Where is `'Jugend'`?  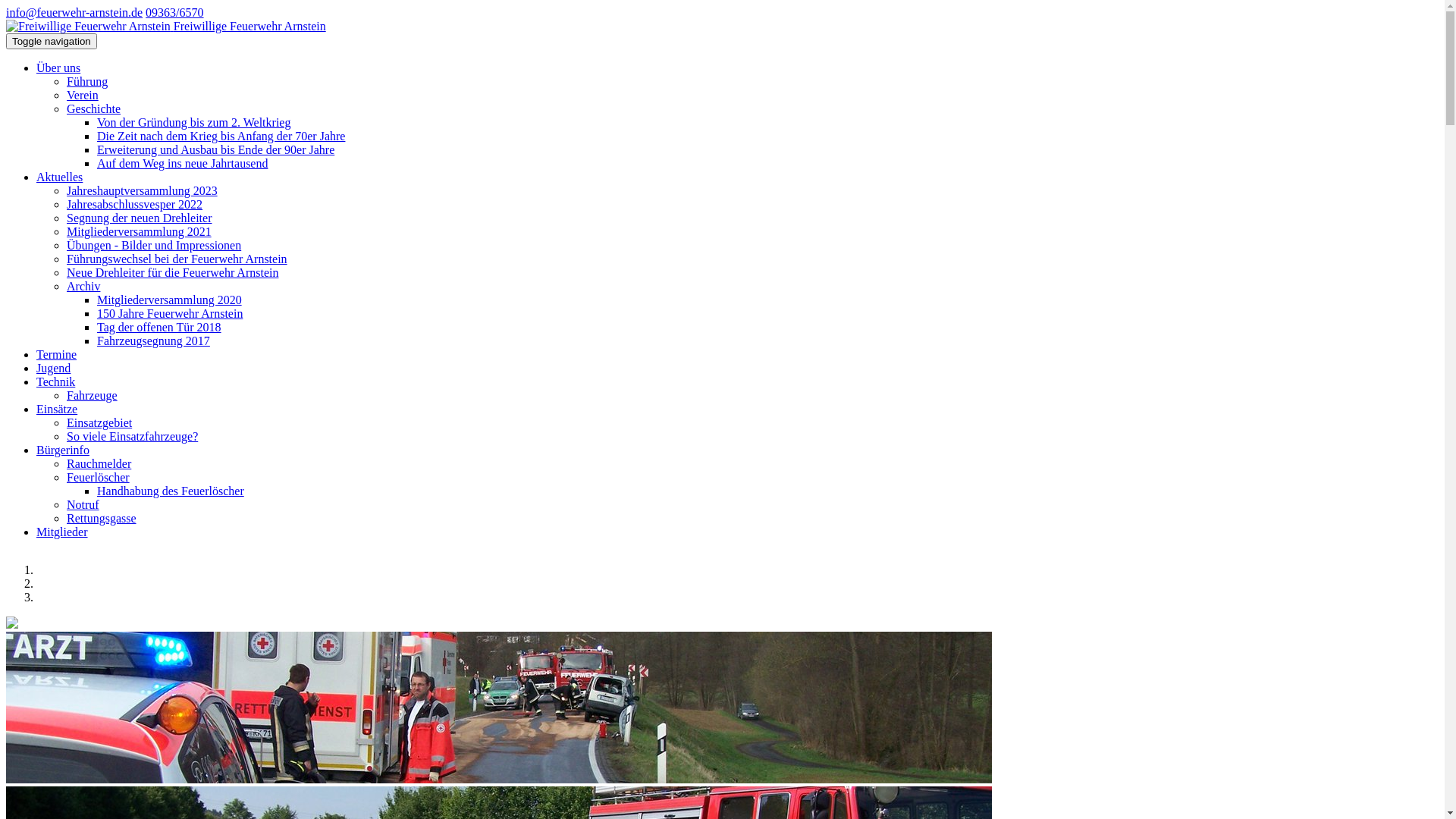 'Jugend' is located at coordinates (53, 368).